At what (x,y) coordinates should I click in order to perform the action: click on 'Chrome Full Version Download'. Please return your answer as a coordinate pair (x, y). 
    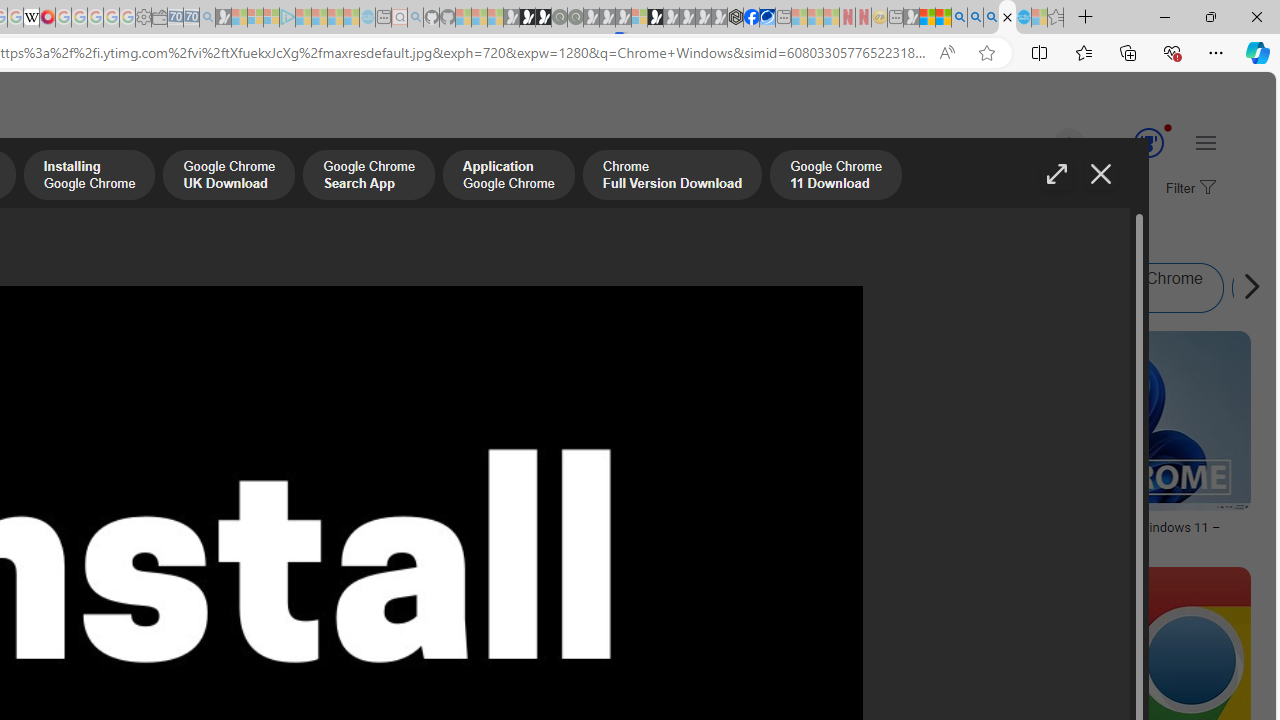
    Looking at the image, I should click on (672, 176).